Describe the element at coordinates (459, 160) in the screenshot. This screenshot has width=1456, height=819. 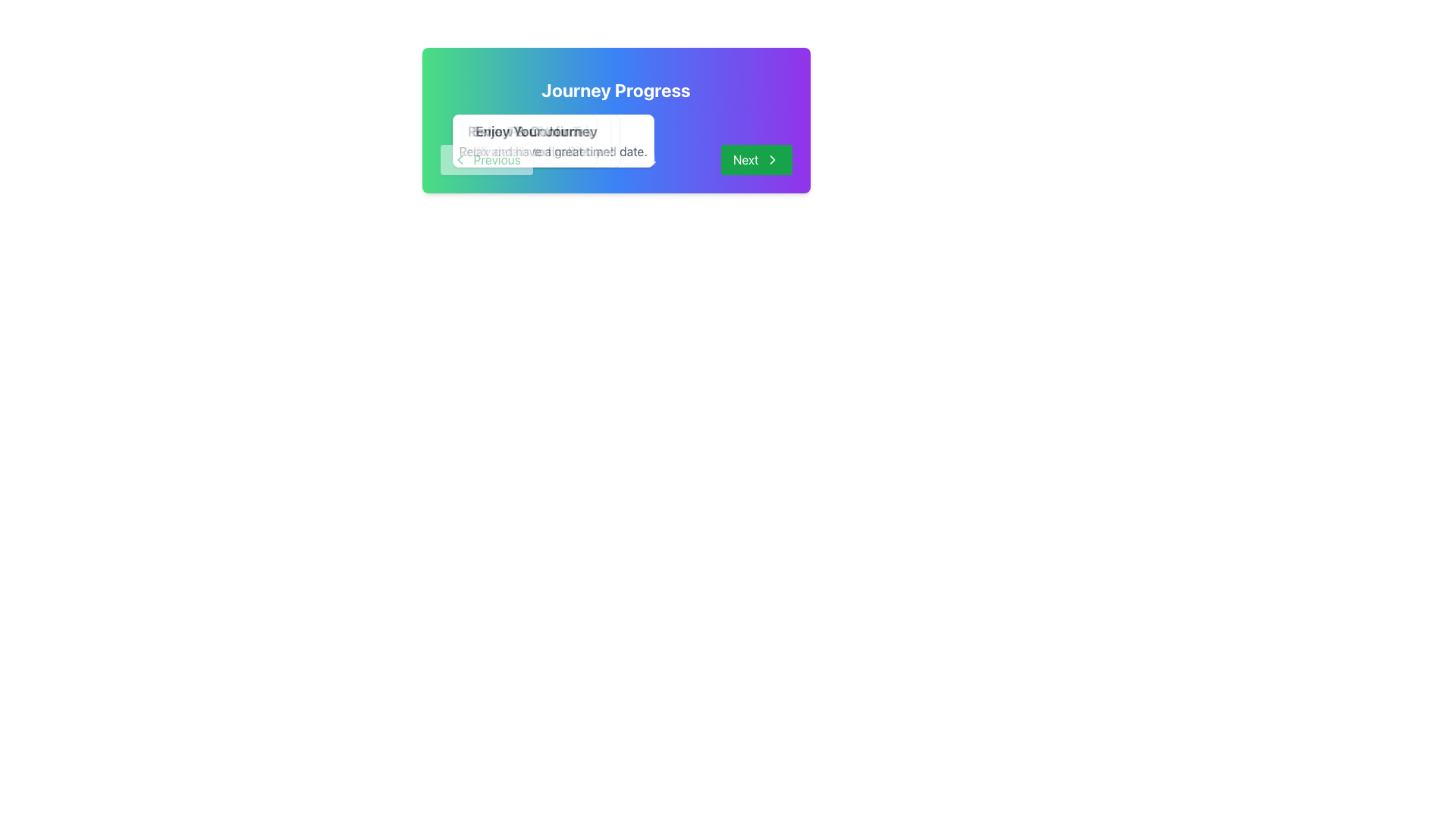
I see `the arrow icon located at the top-left corner of the 'Previous' button` at that location.